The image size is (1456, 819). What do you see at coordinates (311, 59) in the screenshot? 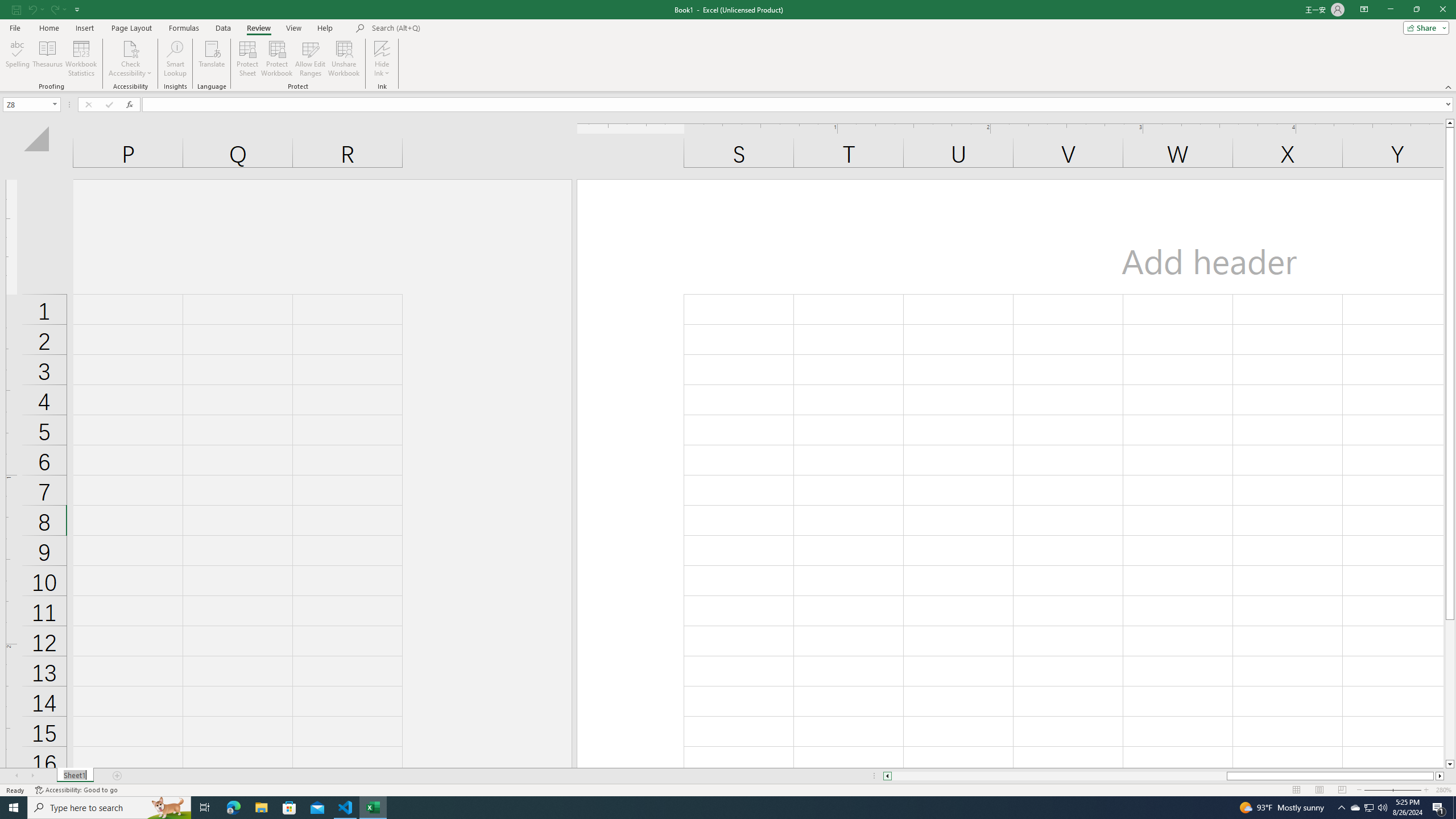
I see `'Allow Edit Ranges'` at bounding box center [311, 59].